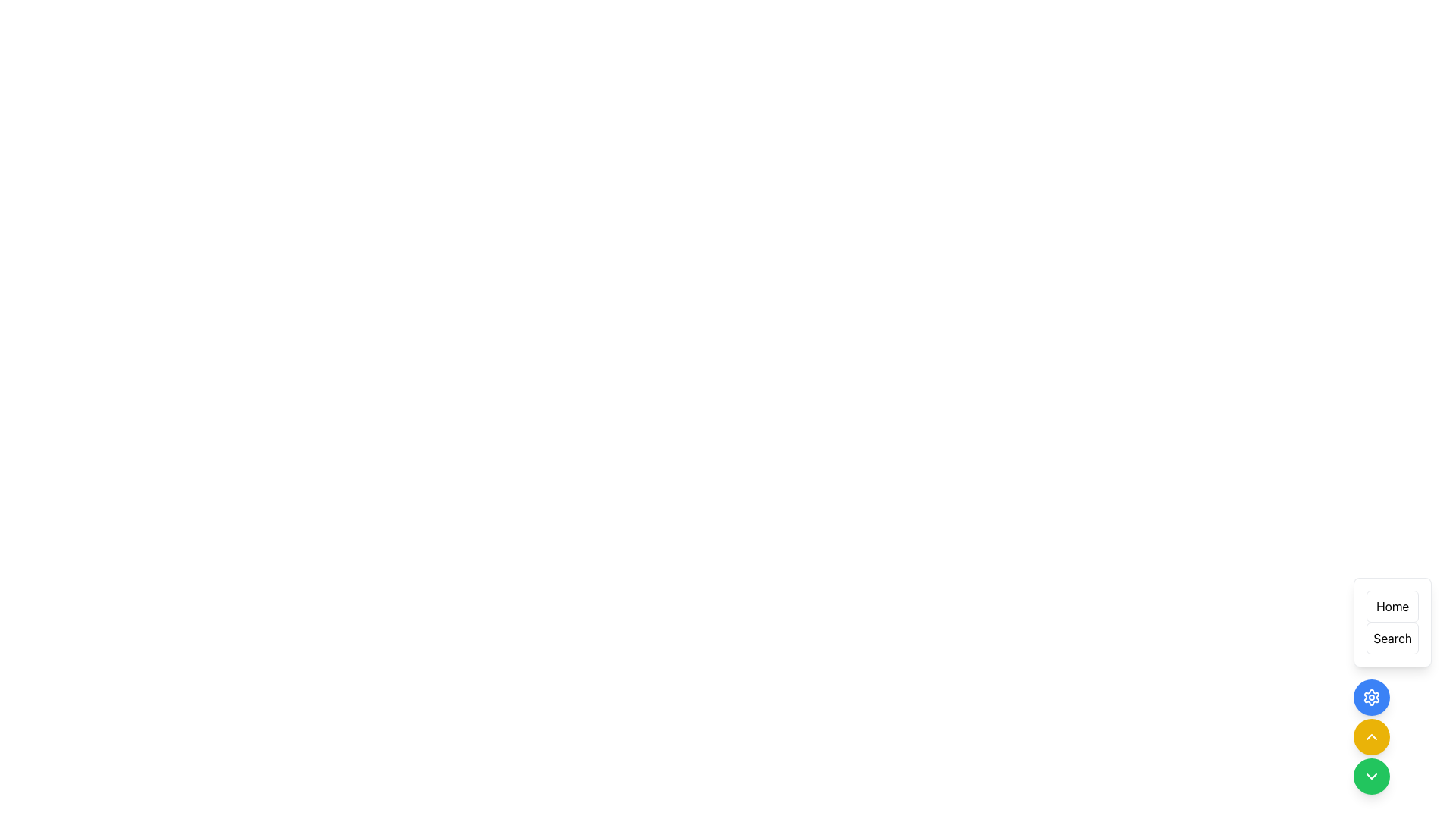 The width and height of the screenshot is (1456, 819). Describe the element at coordinates (1392, 605) in the screenshot. I see `the text label 'Home' in the sidebar menu` at that location.